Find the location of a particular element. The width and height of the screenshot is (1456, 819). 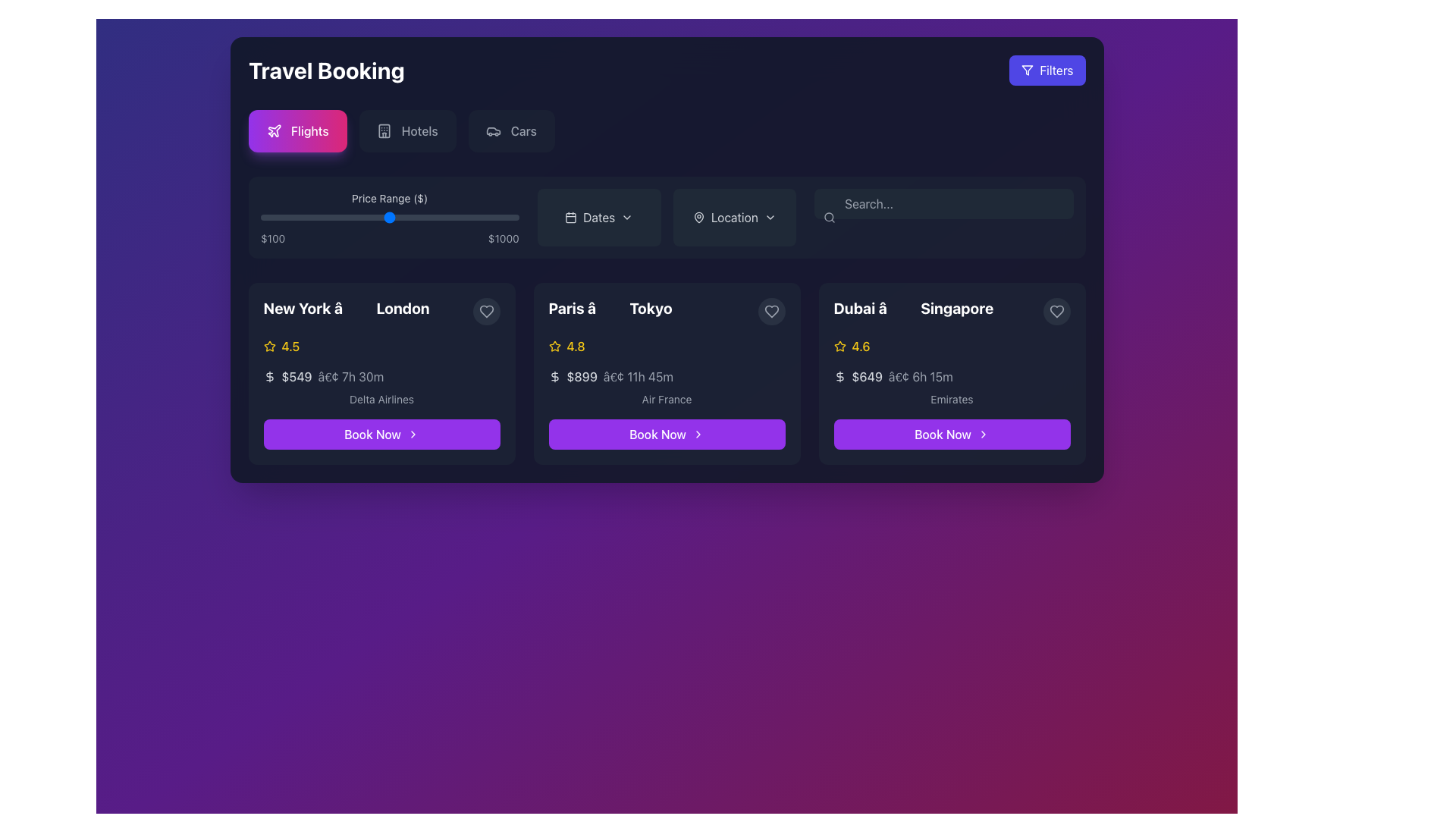

the 'Book Now' button located at the bottom of the first travel card displaying a flight from 'New York' to 'London' to proceed with booking is located at coordinates (372, 435).